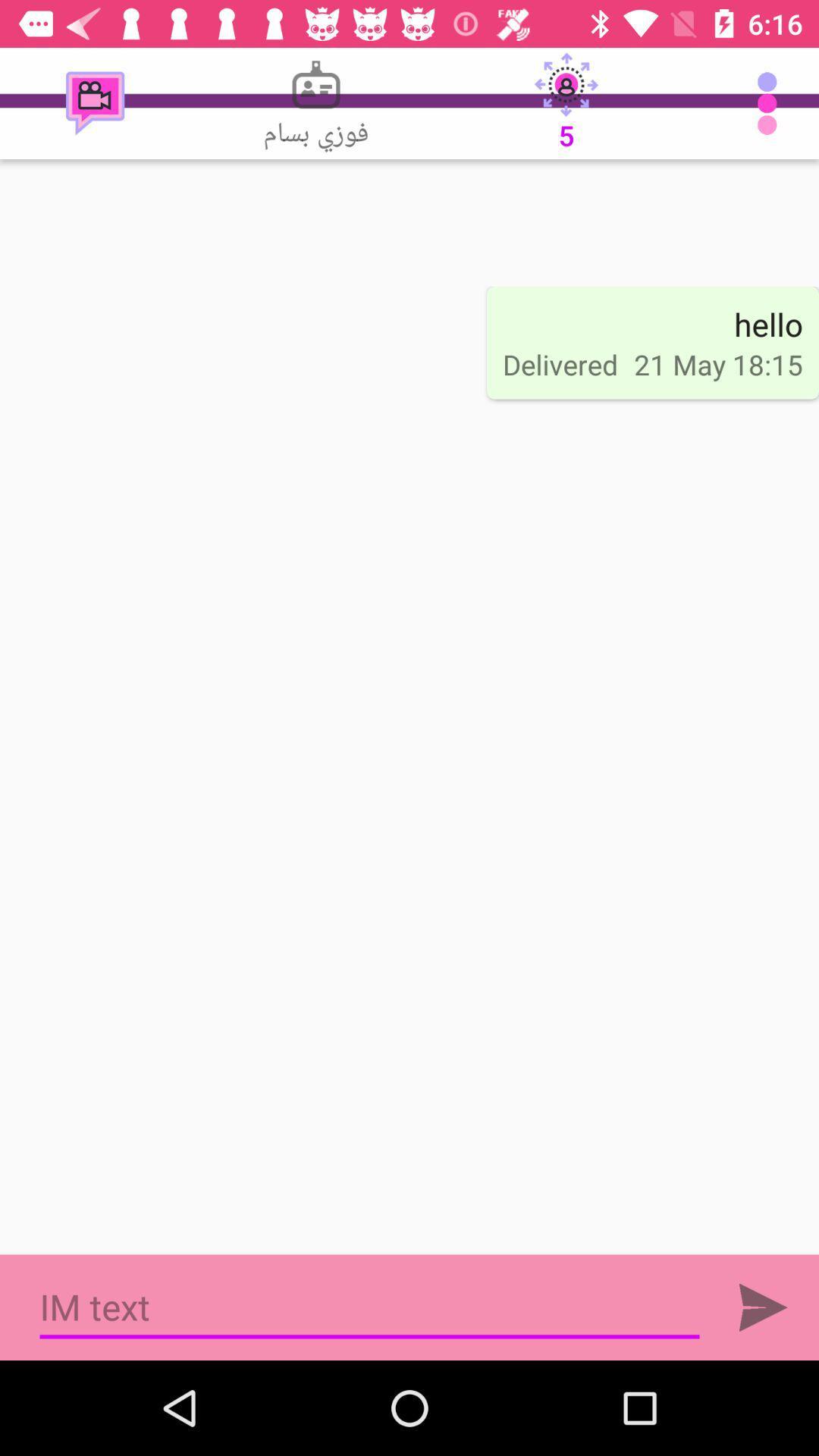 Image resolution: width=819 pixels, height=1456 pixels. What do you see at coordinates (763, 1307) in the screenshot?
I see `send message` at bounding box center [763, 1307].